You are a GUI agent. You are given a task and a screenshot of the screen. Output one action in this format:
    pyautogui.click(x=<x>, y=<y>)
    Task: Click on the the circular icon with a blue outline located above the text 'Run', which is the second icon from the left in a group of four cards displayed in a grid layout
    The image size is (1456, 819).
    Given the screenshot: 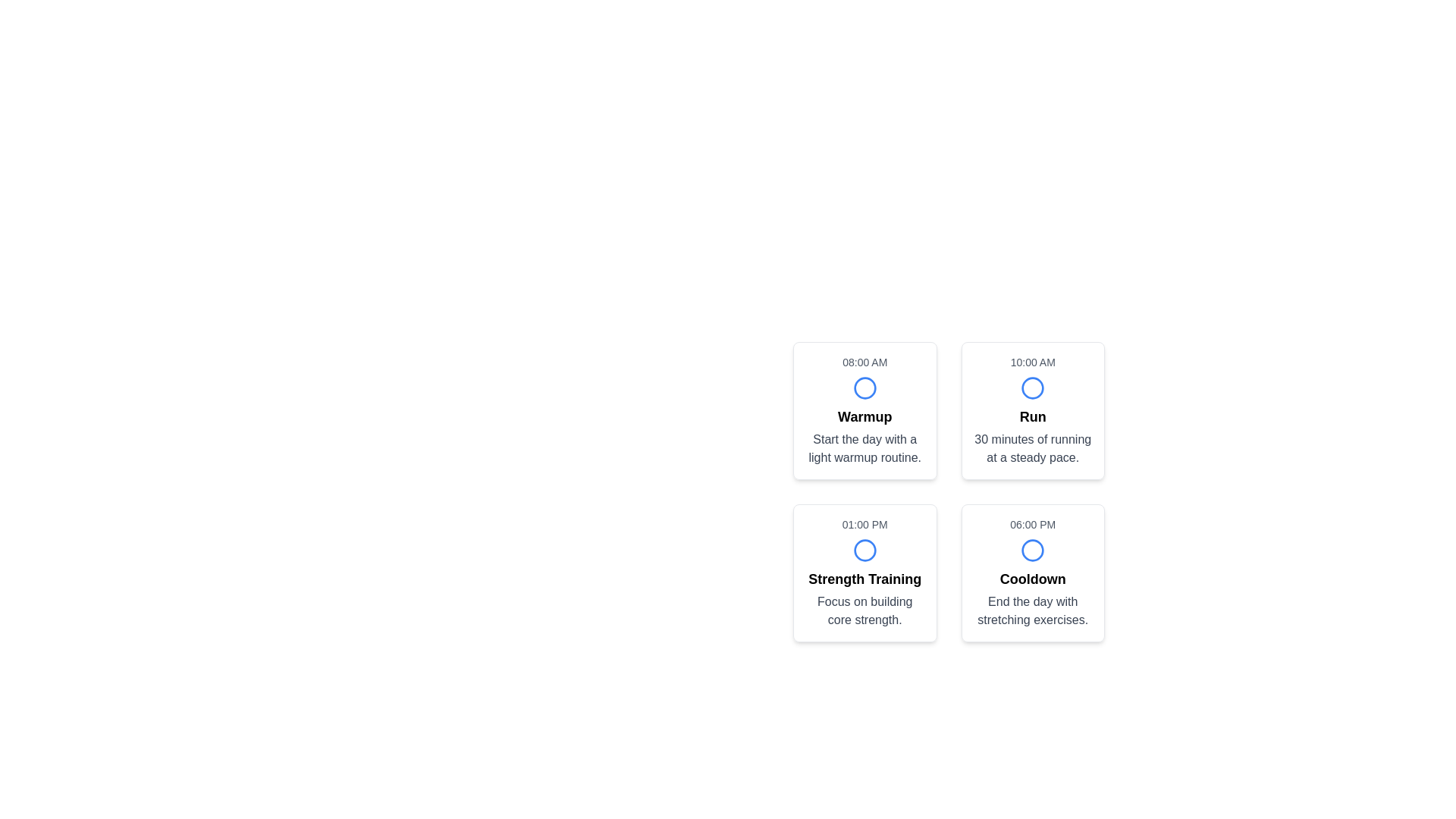 What is the action you would take?
    pyautogui.click(x=1032, y=388)
    